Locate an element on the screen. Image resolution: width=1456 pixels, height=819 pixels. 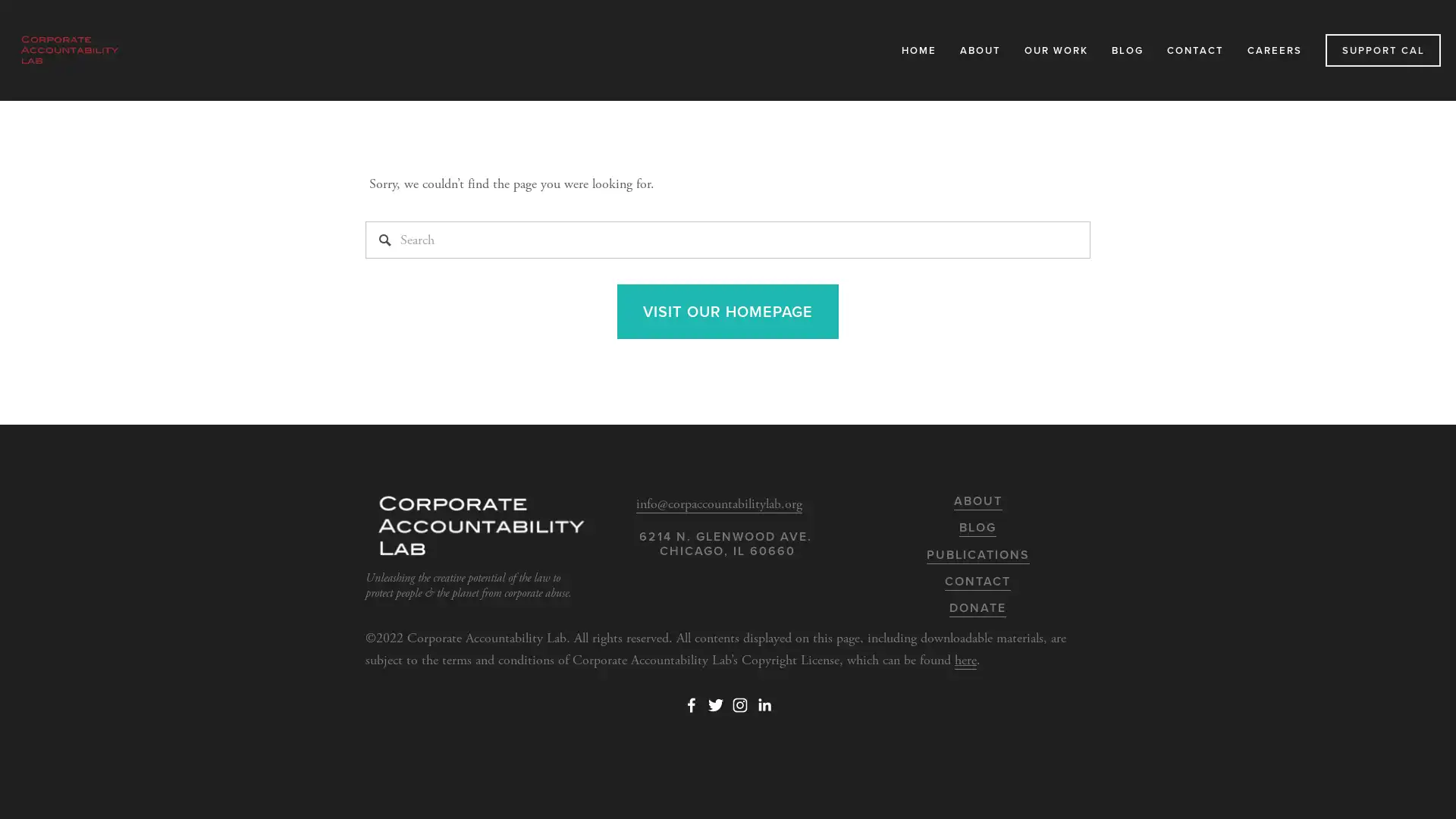
Close is located at coordinates (944, 240).